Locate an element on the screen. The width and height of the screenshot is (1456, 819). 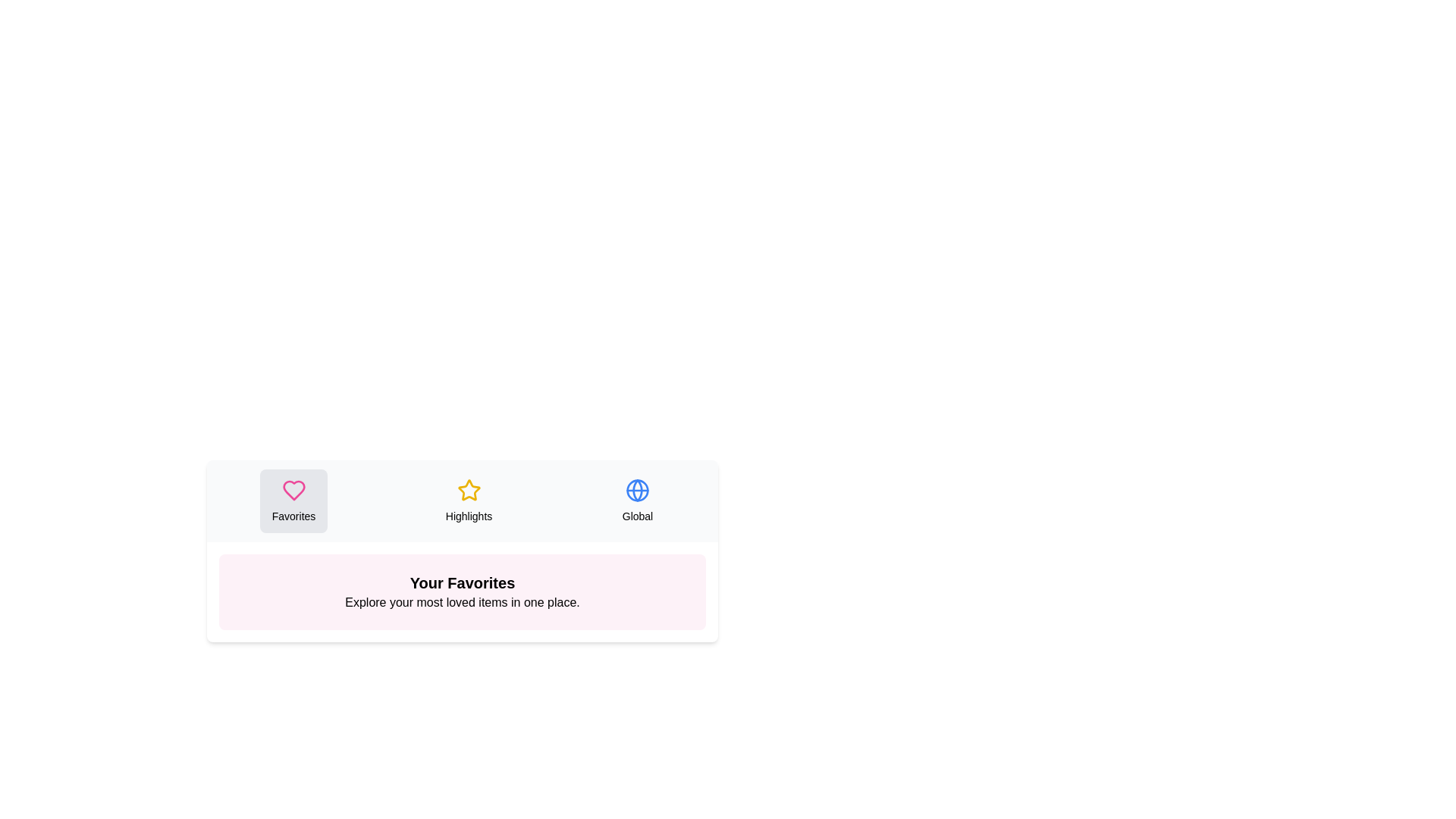
the Highlights tab is located at coordinates (468, 500).